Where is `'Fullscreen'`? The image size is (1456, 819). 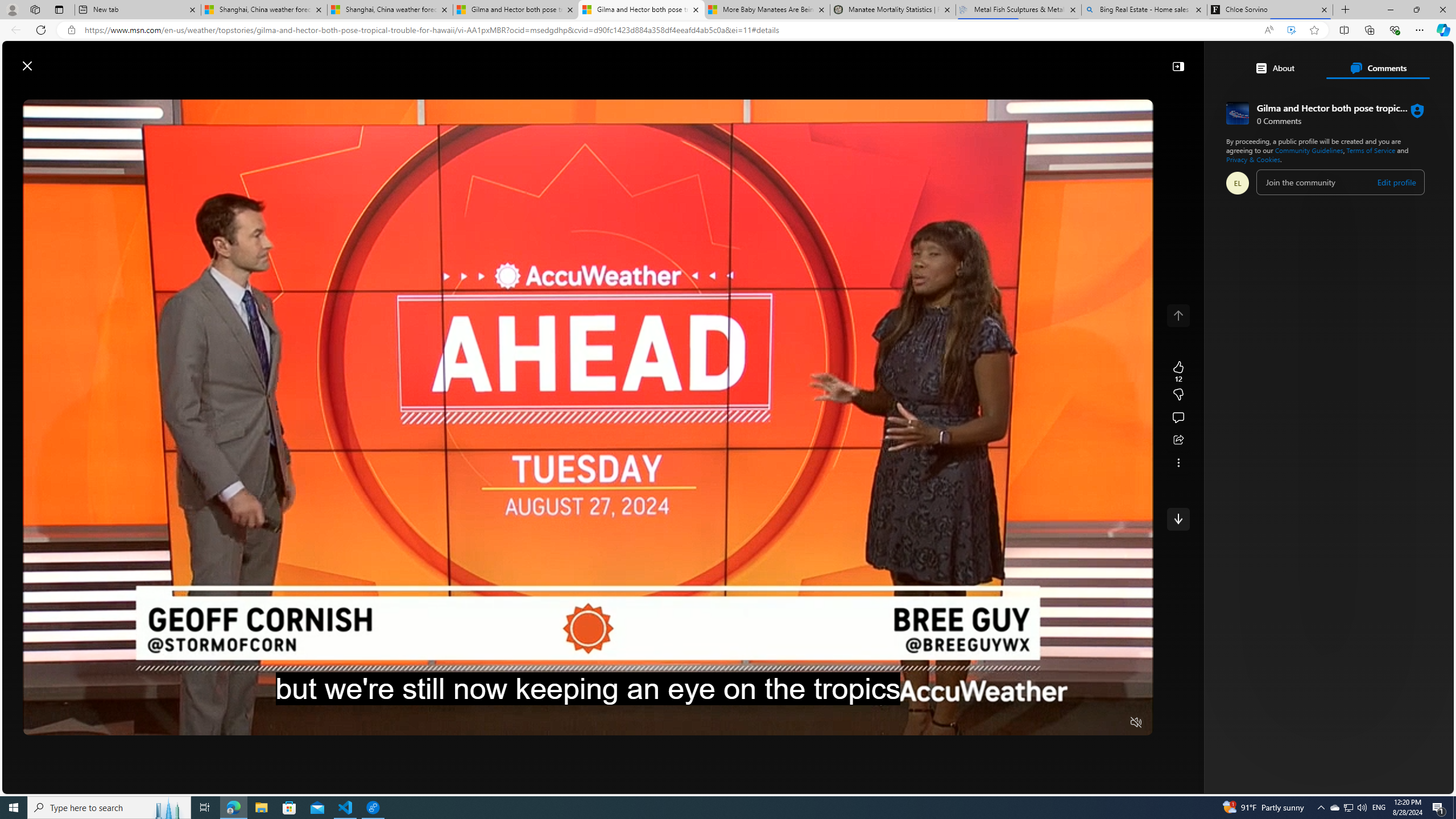 'Fullscreen' is located at coordinates (1114, 723).